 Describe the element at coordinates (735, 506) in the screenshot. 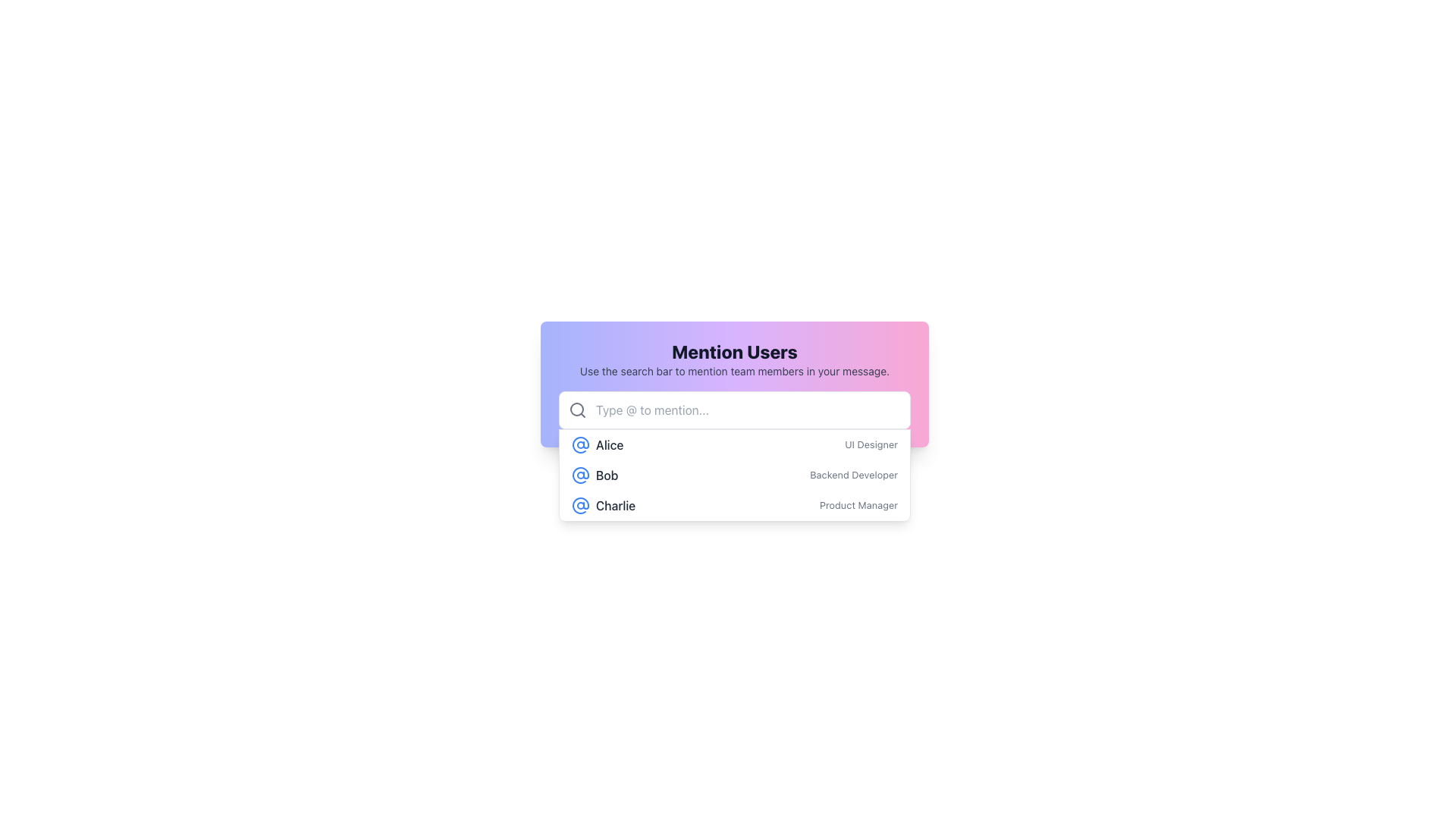

I see `the list item displaying the name 'Charlie' and title 'Product Manager'` at that location.